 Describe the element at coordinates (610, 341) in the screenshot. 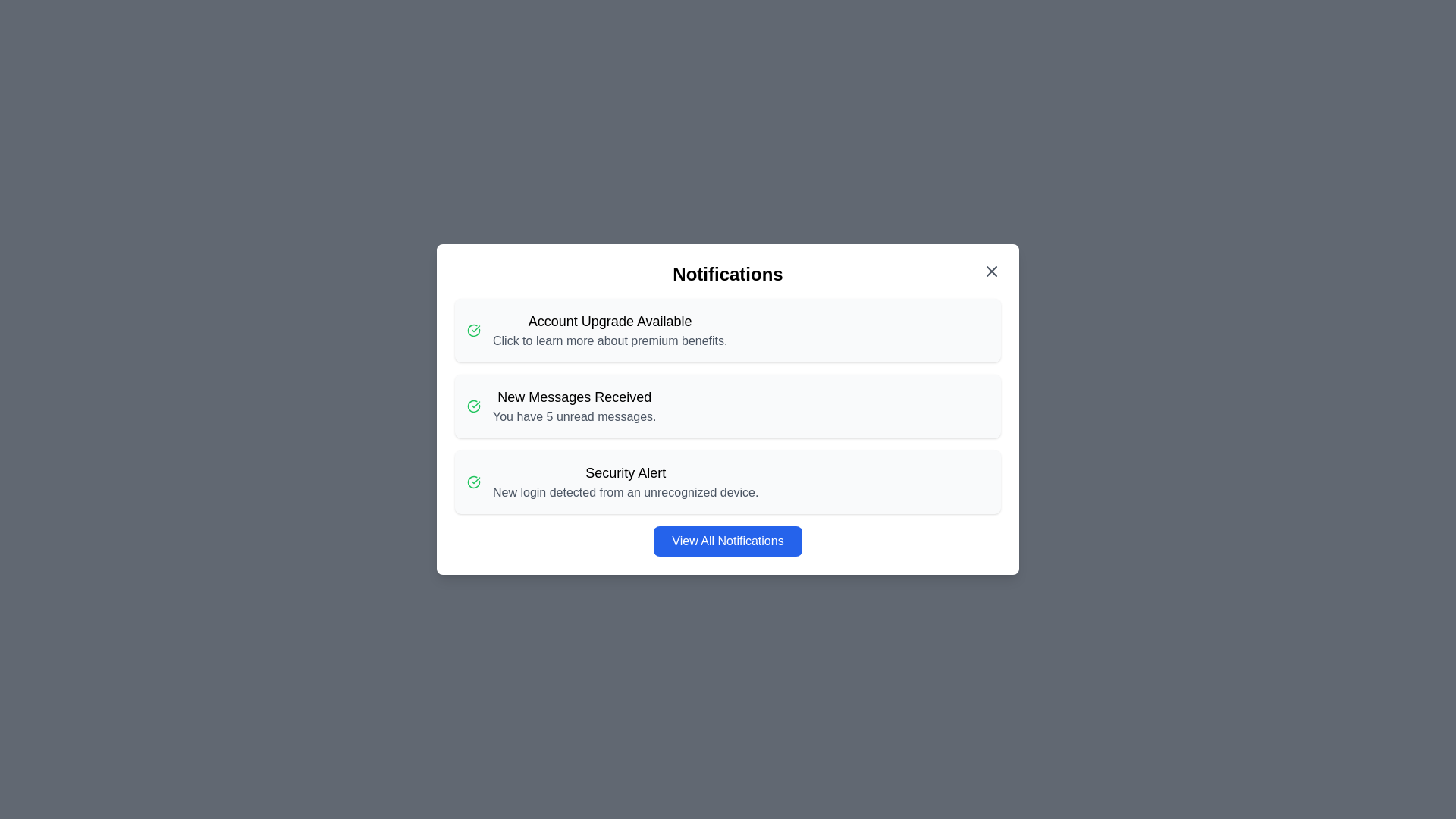

I see `the informational text label that reads 'Click to learn more about premium benefits.' which is located below the title 'Account Upgrade Available' in the notification section` at that location.